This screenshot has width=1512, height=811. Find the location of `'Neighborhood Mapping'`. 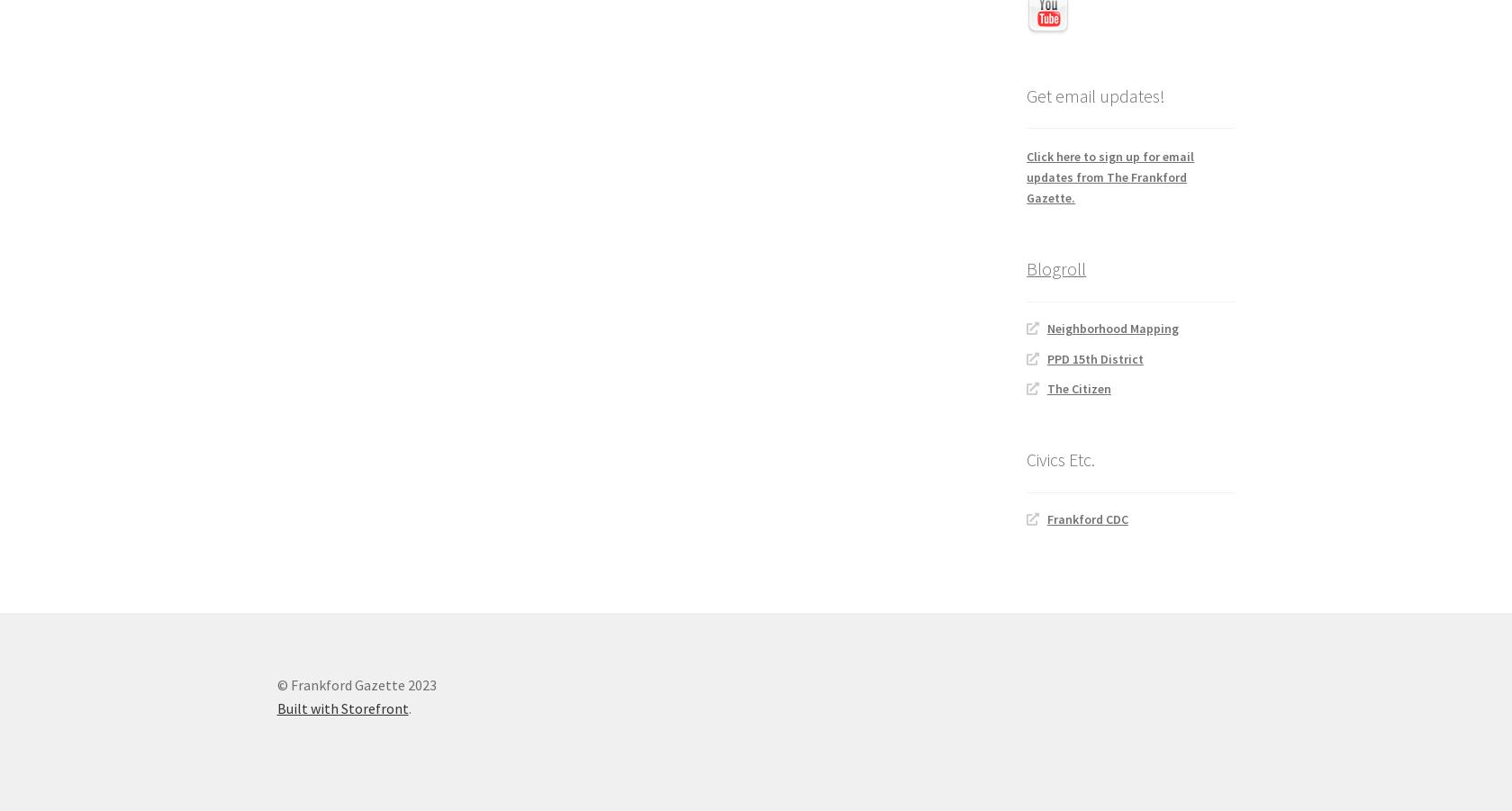

'Neighborhood Mapping' is located at coordinates (1111, 327).